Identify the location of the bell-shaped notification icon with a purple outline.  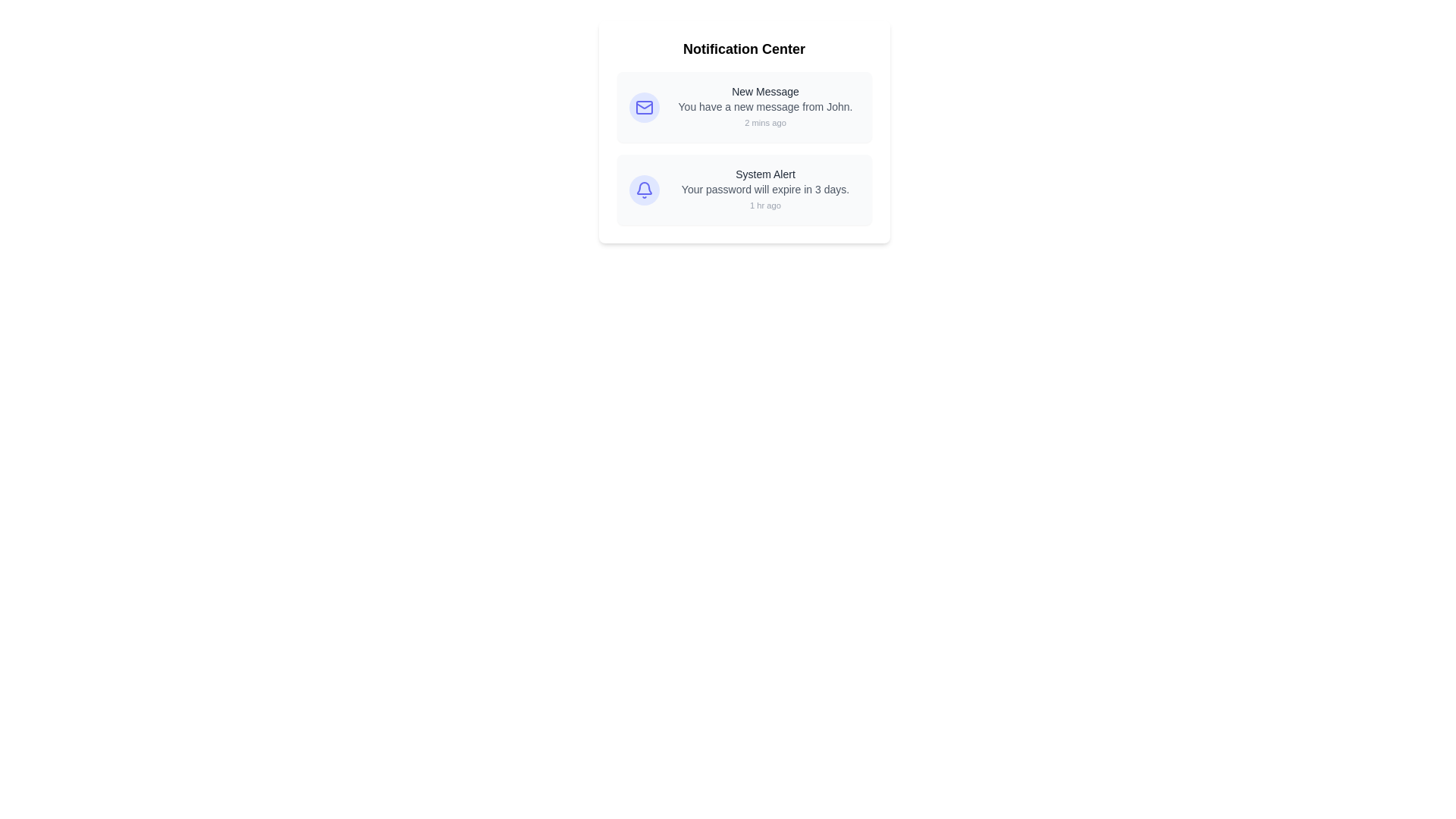
(644, 189).